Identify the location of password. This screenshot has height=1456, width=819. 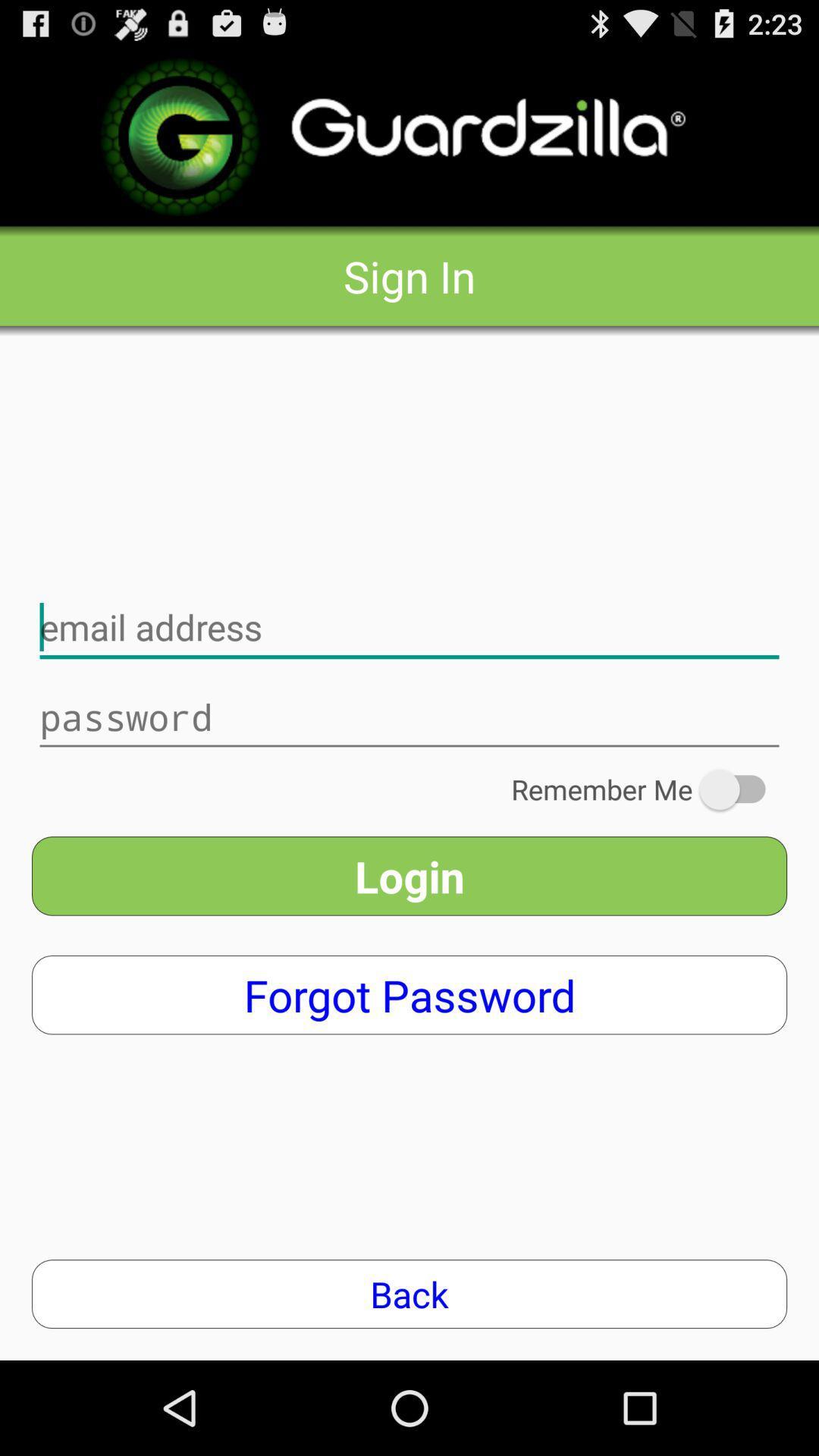
(409, 717).